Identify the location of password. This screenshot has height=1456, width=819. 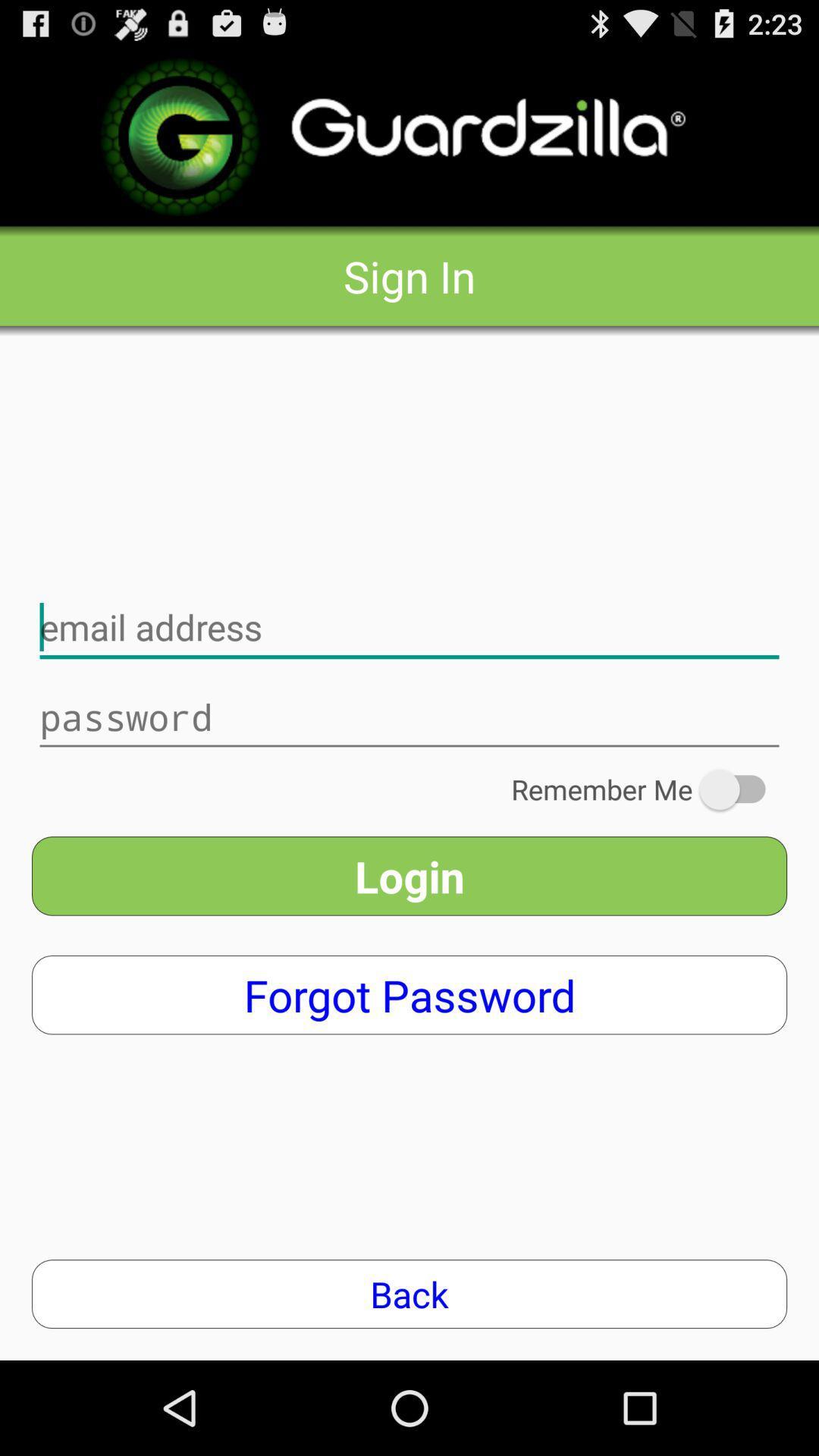
(409, 717).